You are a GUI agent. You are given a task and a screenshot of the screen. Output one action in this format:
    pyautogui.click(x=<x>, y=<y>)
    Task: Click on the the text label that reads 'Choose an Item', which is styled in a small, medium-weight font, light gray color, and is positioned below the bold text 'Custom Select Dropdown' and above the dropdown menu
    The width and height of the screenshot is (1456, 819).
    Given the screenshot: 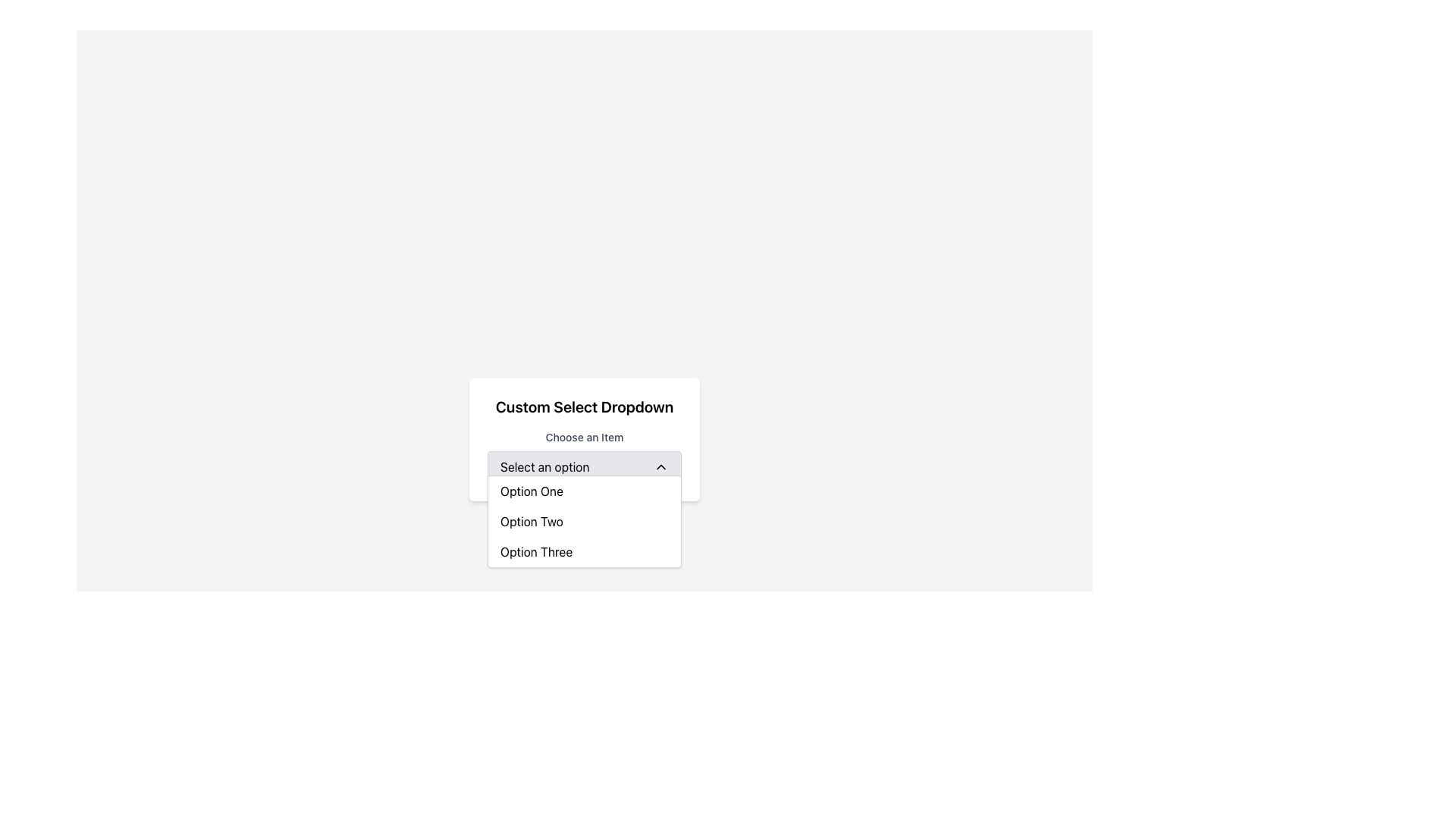 What is the action you would take?
    pyautogui.click(x=584, y=439)
    